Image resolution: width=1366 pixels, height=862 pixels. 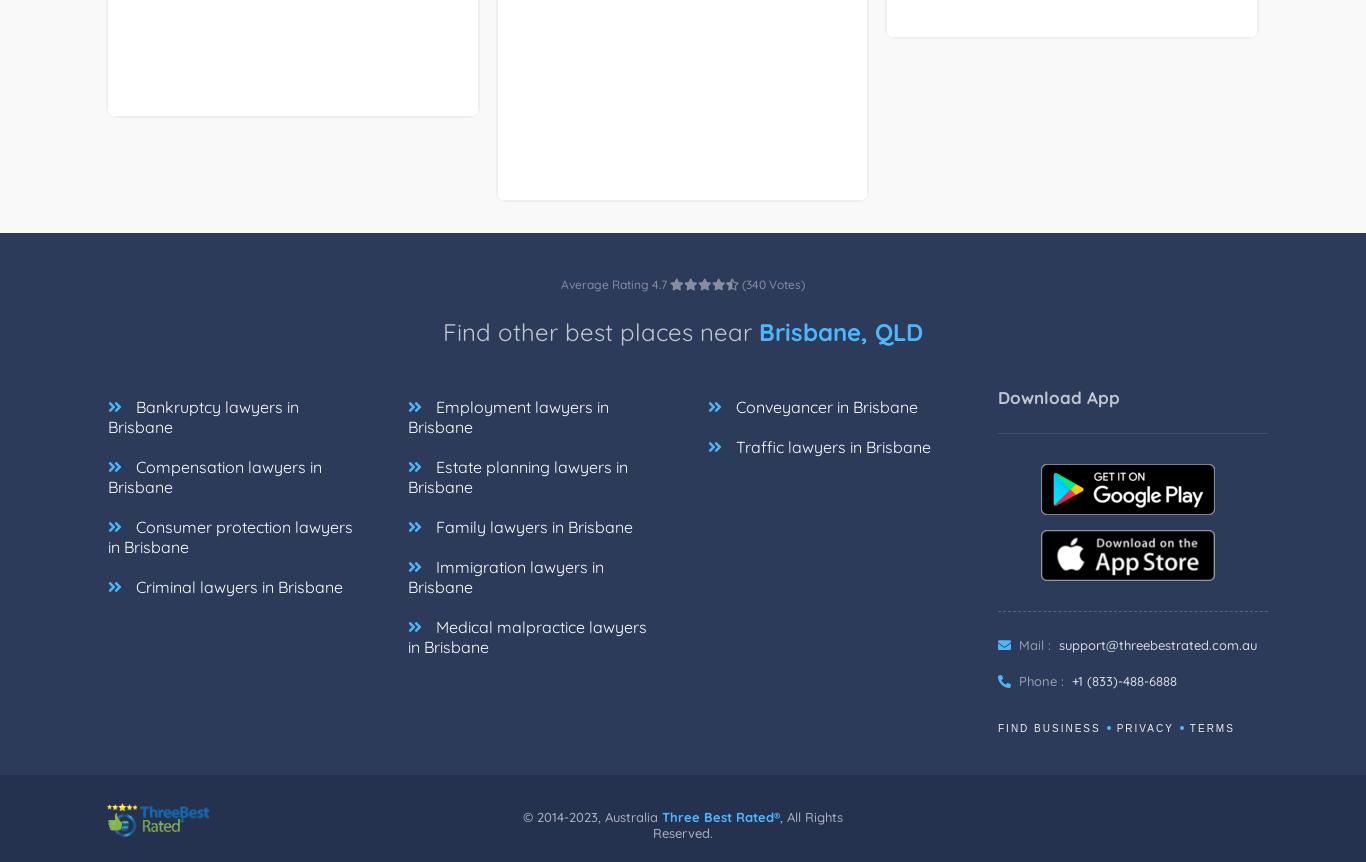 I want to click on 'Mail :', so click(x=1031, y=666).